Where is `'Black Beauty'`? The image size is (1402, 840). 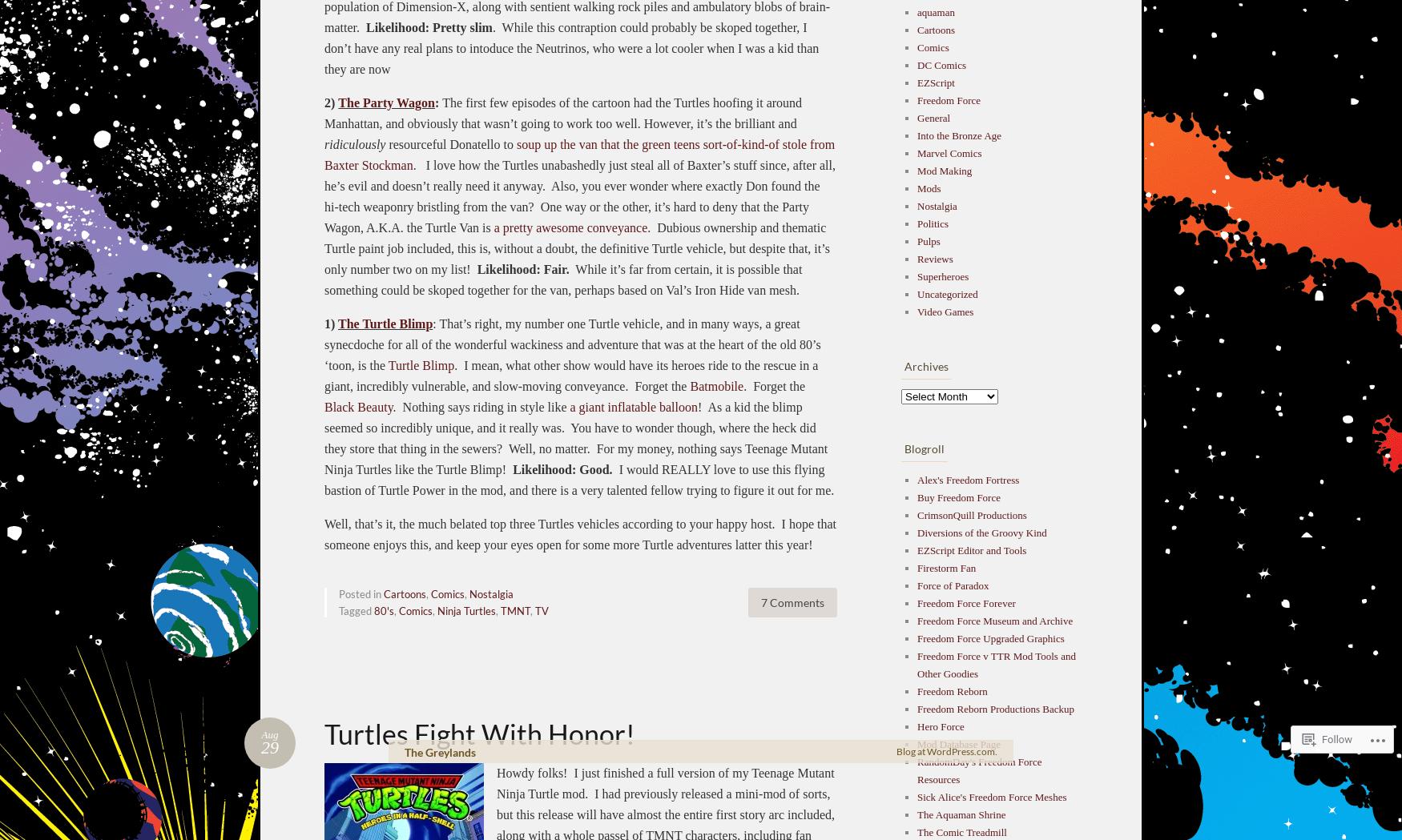
'Black Beauty' is located at coordinates (358, 405).